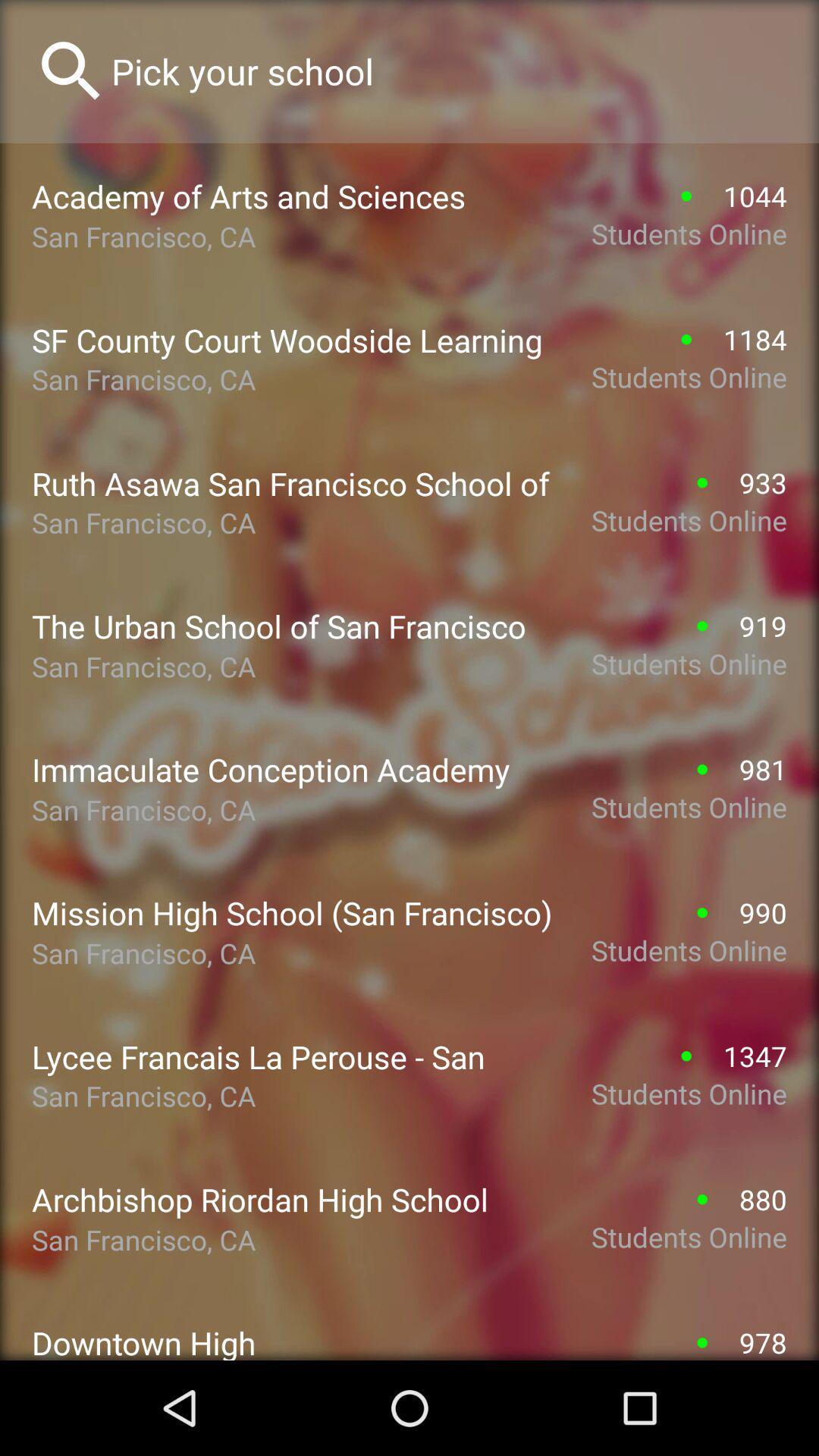 The height and width of the screenshot is (1456, 819). I want to click on search textbox, so click(448, 71).